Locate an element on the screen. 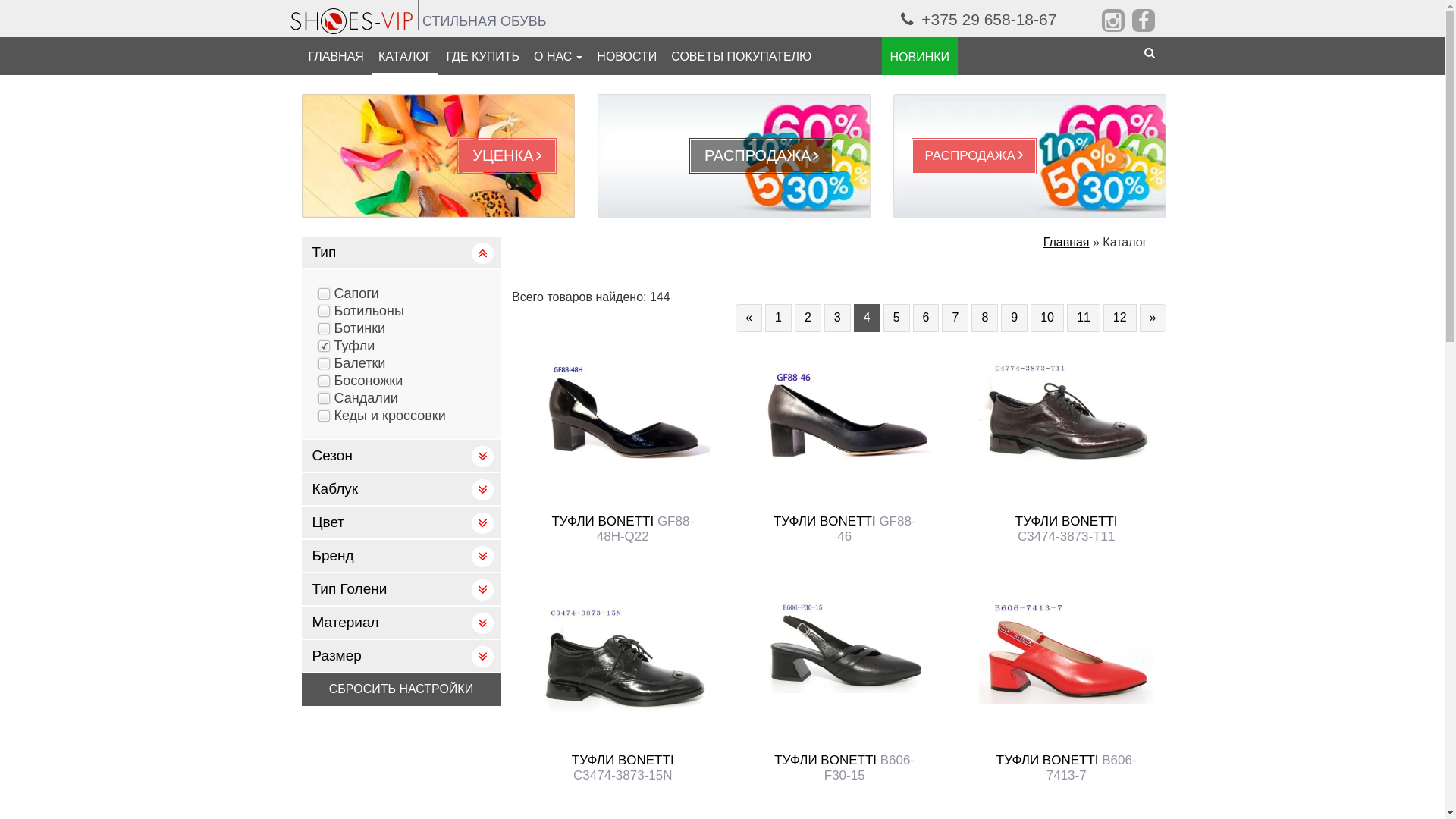 The height and width of the screenshot is (819, 1456). '8' is located at coordinates (984, 317).